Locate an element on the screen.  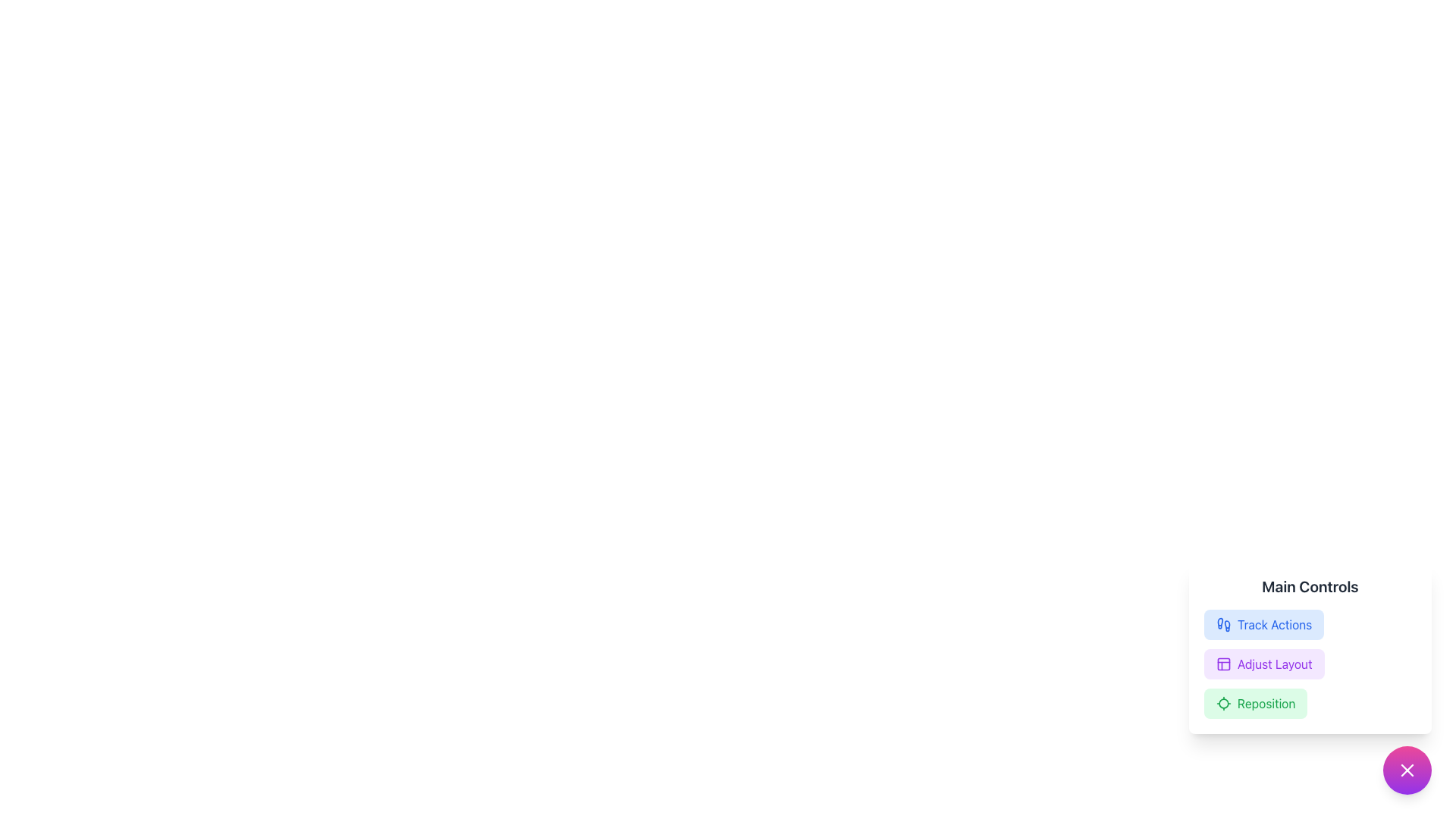
the reposition button located in the bottom right area of the interface, beneath the 'Adjust Layout' button is located at coordinates (1256, 704).